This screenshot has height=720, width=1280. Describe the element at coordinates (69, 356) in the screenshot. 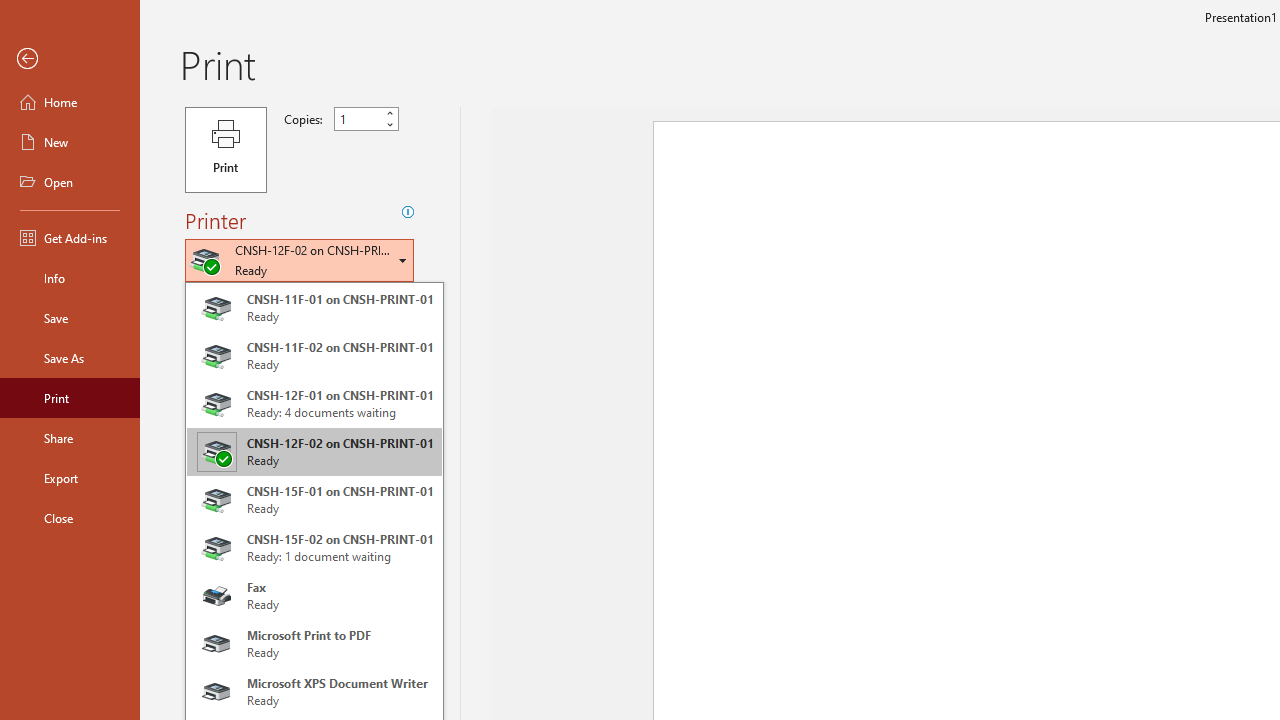

I see `'Save As'` at that location.